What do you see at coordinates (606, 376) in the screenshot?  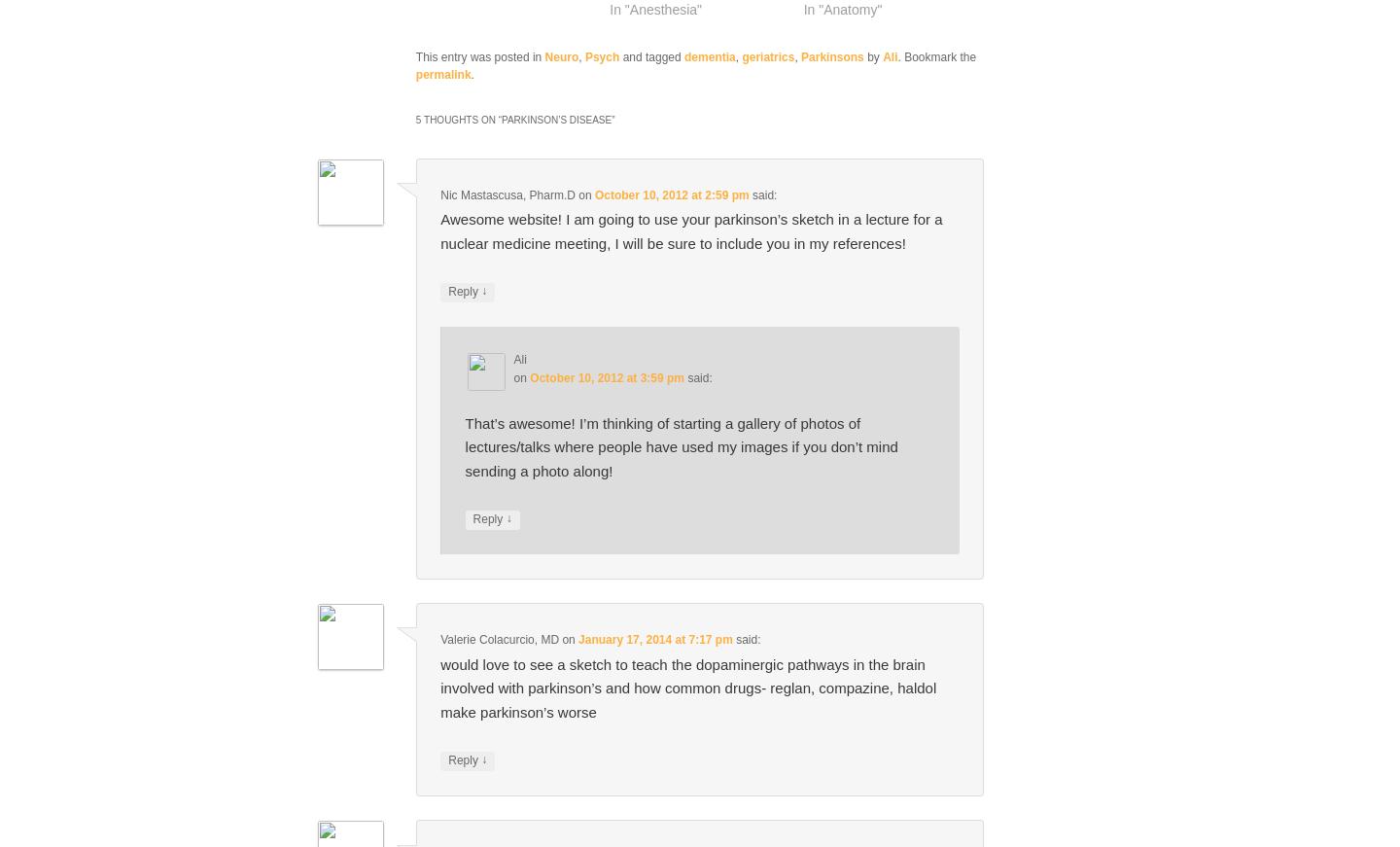 I see `'October 10, 2012 at 3:59 pm'` at bounding box center [606, 376].